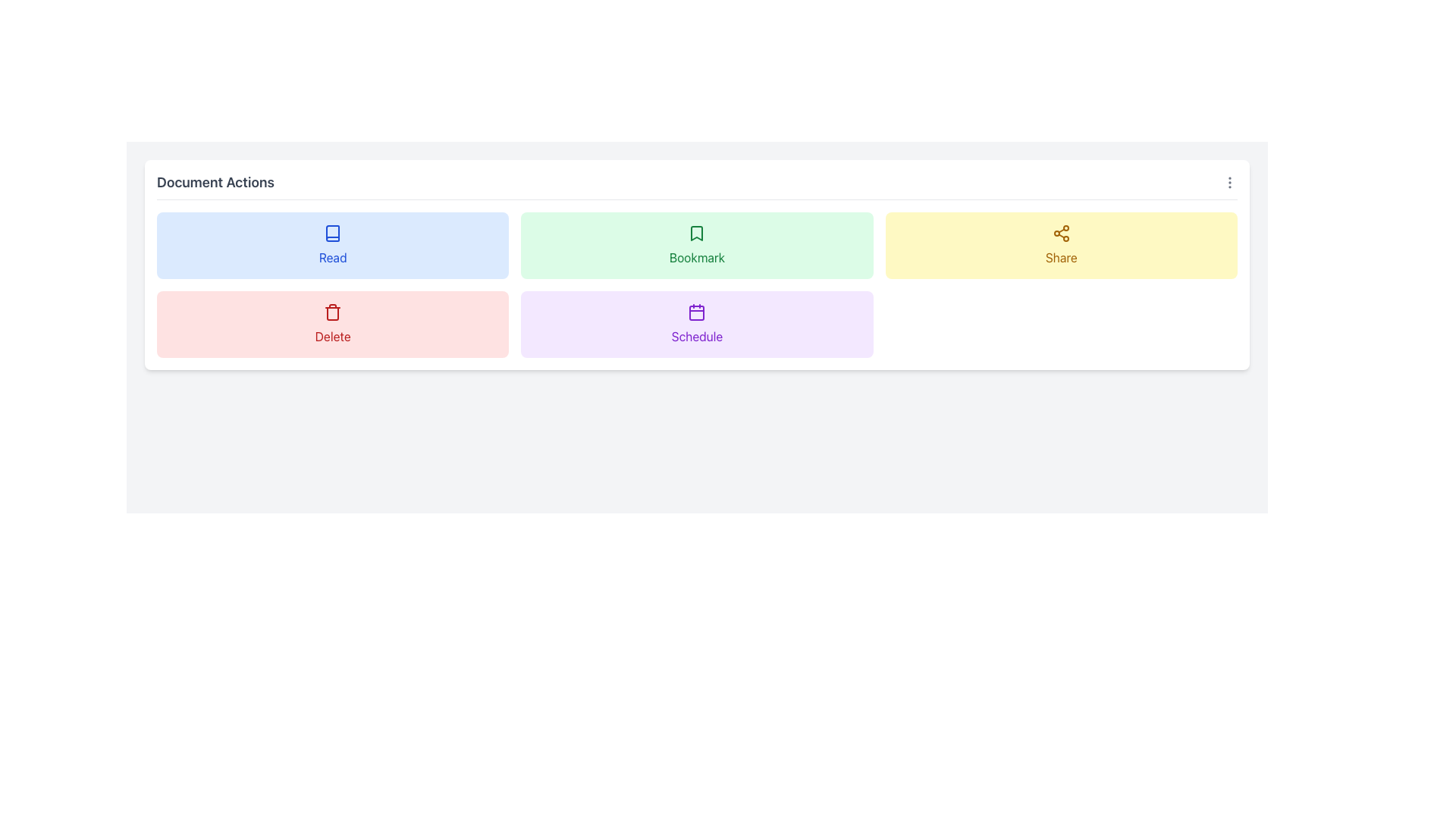 Image resolution: width=1456 pixels, height=819 pixels. I want to click on the bookmarking icon located at the center of the 'Bookmark' button, which is the middle button in the top row of a grid containing six buttons, so click(696, 234).